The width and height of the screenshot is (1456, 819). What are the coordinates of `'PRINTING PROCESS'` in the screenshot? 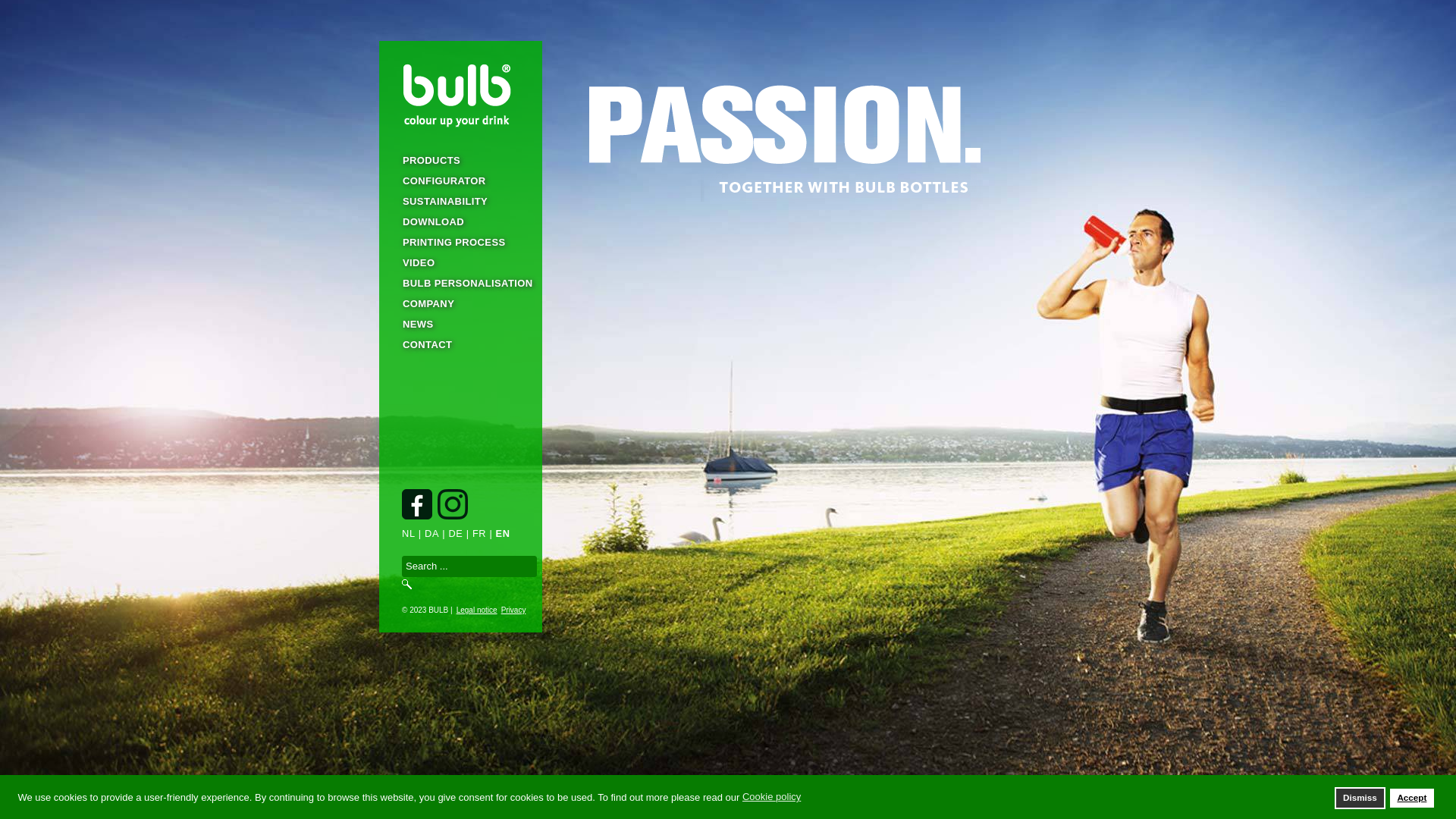 It's located at (460, 241).